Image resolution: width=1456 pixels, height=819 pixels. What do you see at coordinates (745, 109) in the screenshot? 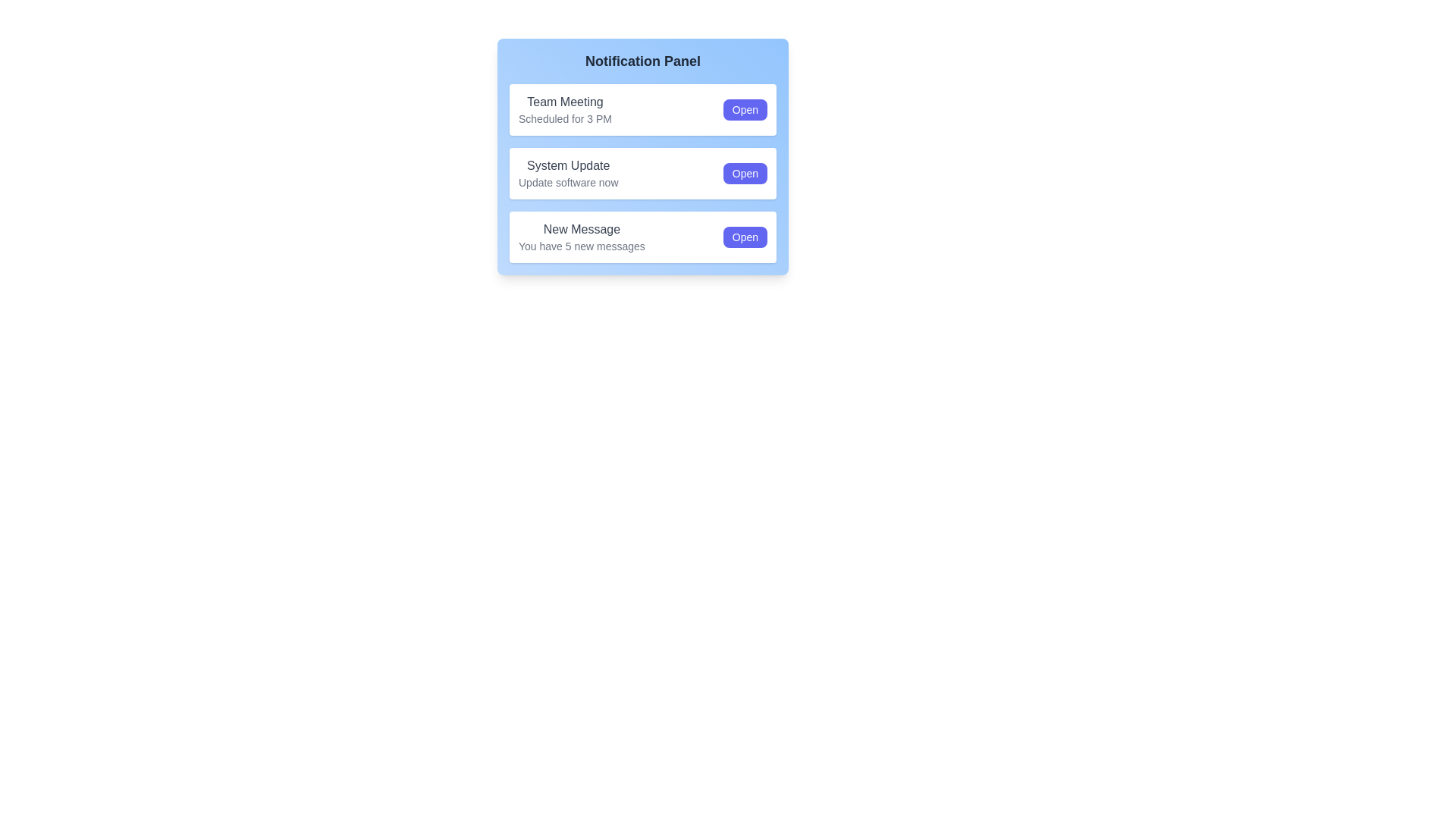
I see `'Open' button for the notification with the title Team Meeting` at bounding box center [745, 109].